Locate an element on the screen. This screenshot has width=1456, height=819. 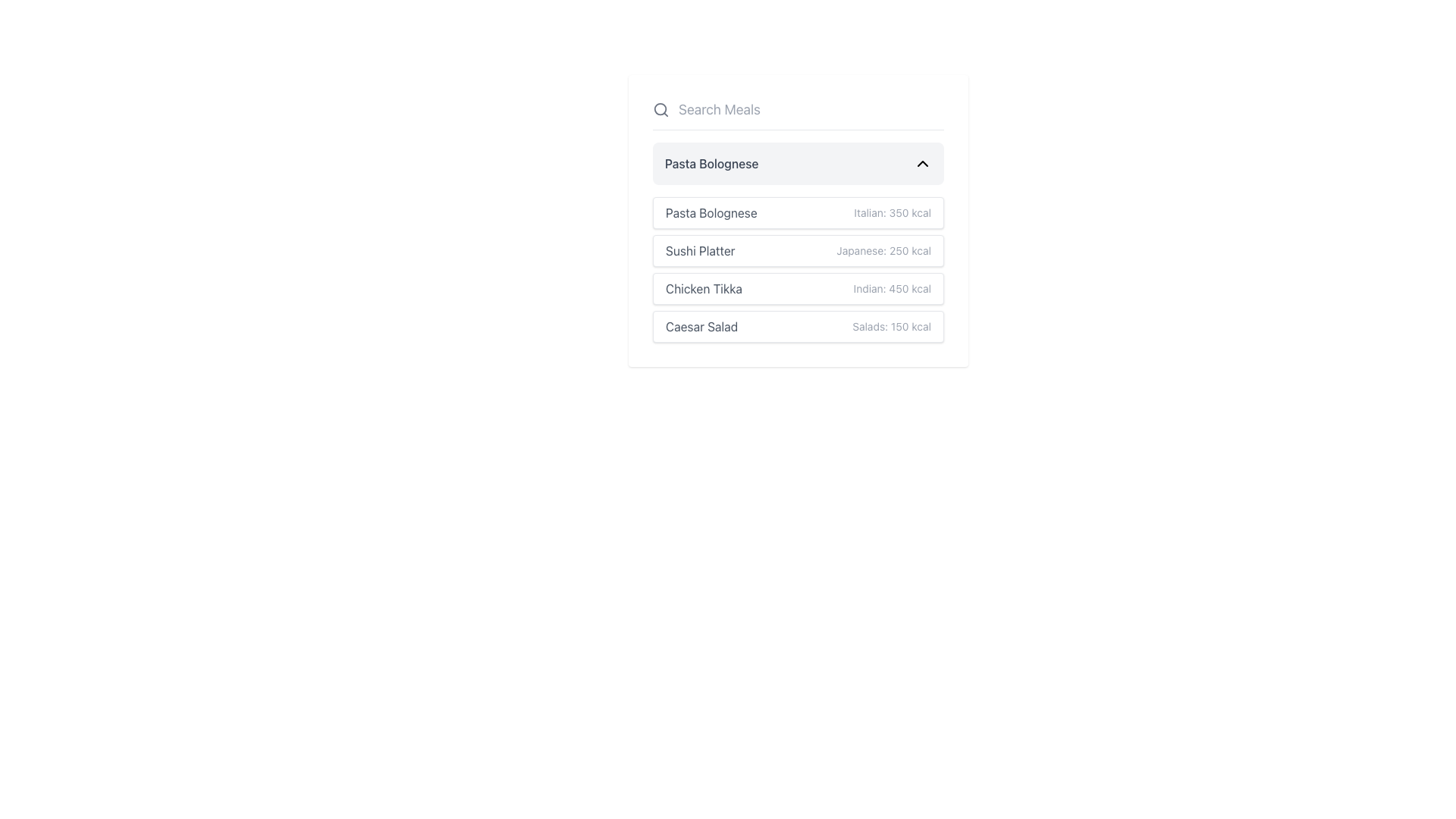
the 'Sushi Platter' selectable list item located in a dropdown menu, which is the second item in the list is located at coordinates (797, 250).